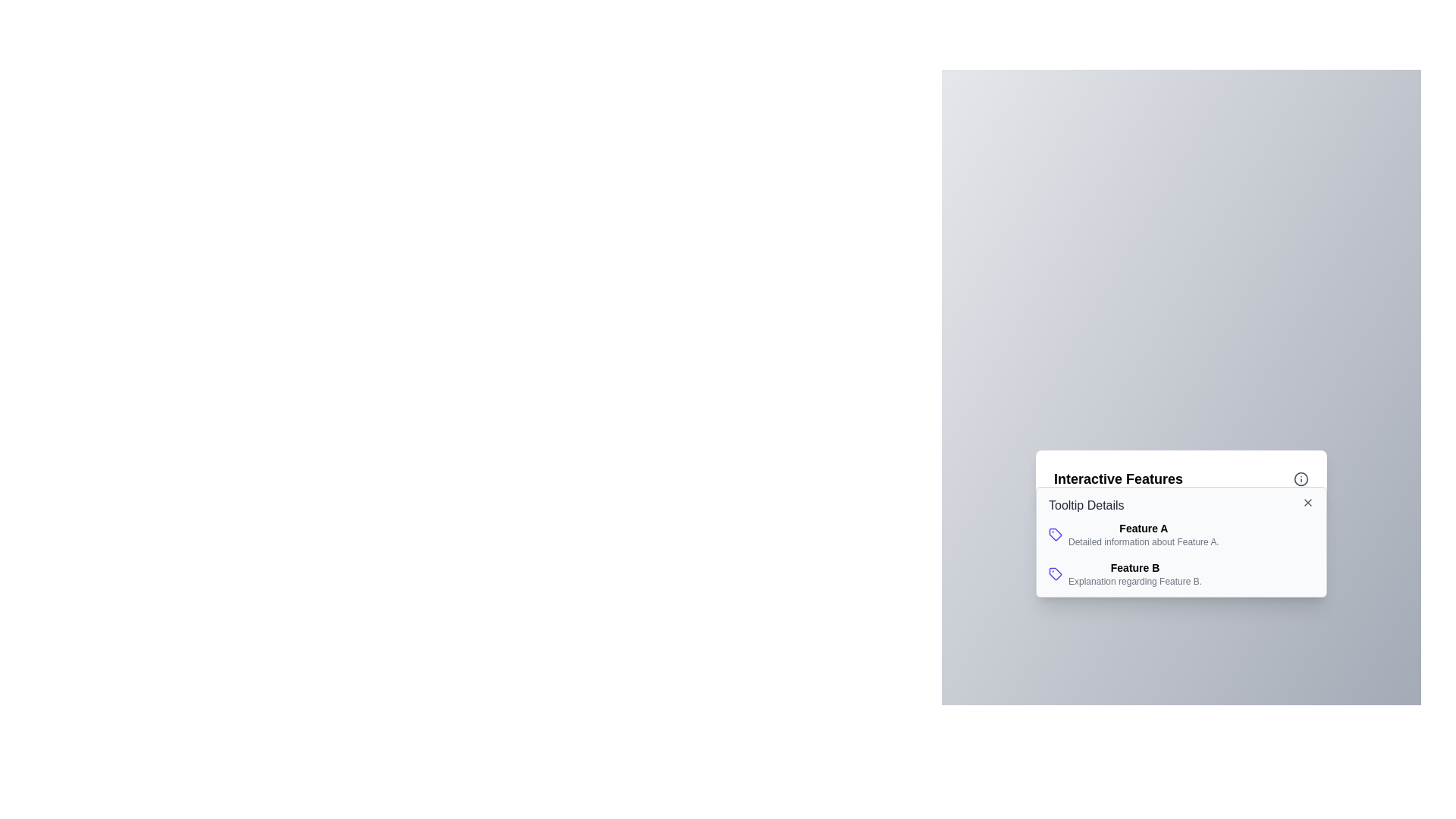 This screenshot has height=819, width=1456. Describe the element at coordinates (1181, 534) in the screenshot. I see `the first list item in the 'Interactive Features' panel that describes 'Feature A', which has a blue tag icon to its left` at that location.